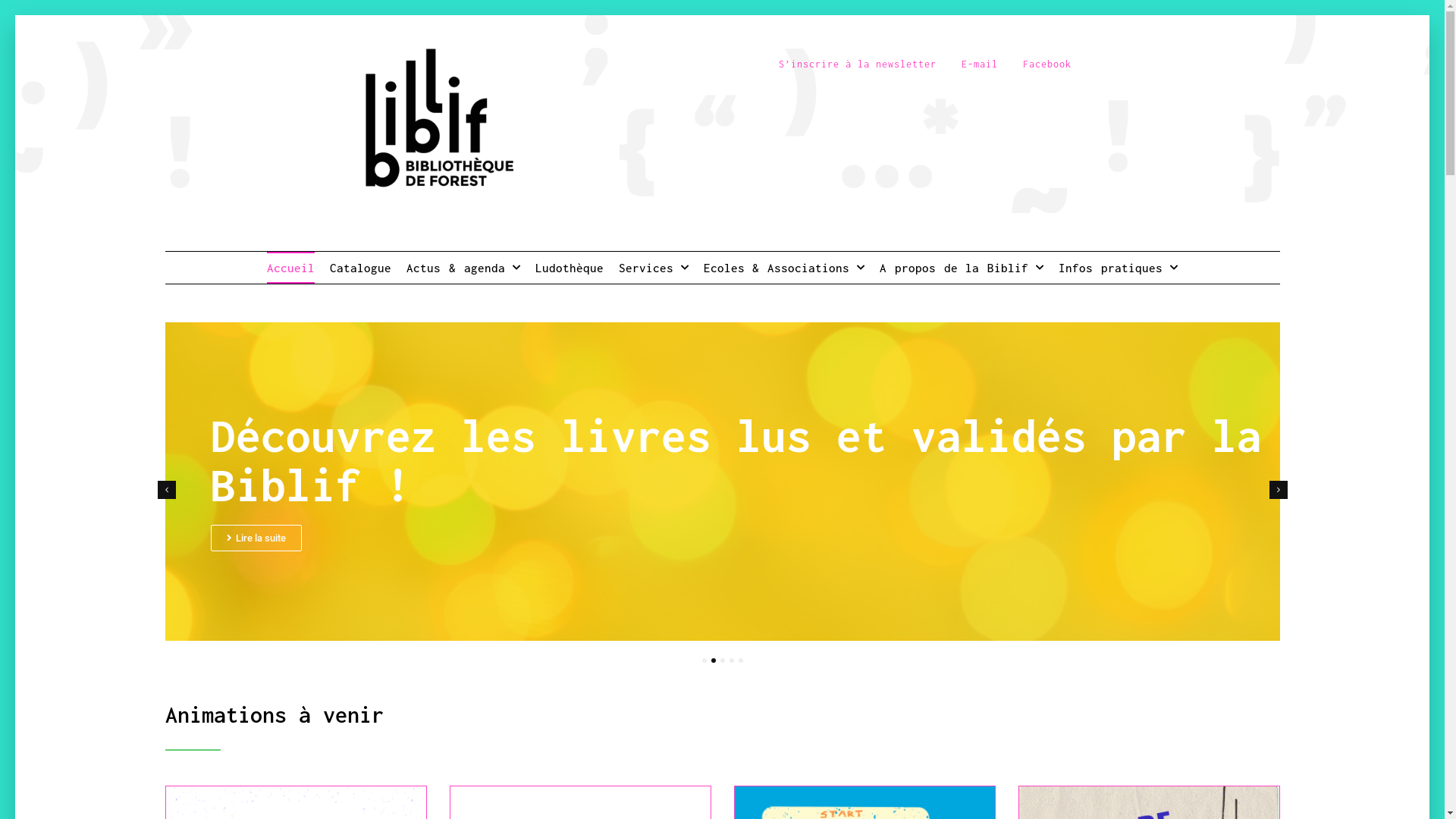 This screenshot has height=819, width=1456. I want to click on 'A propos de la Biblif', so click(880, 267).